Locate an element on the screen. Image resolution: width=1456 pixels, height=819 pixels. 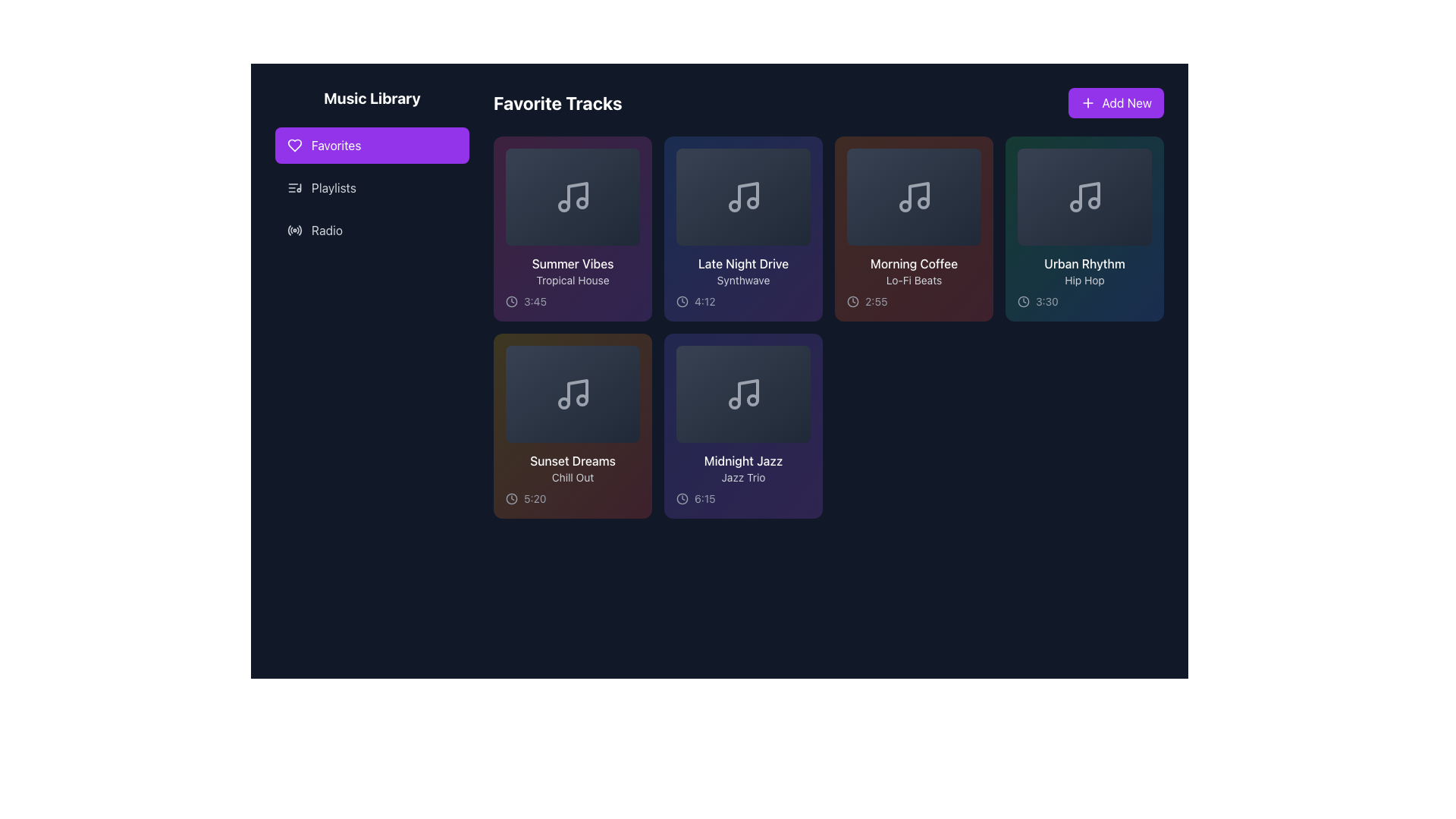
the SVG Circle Element located within the 'Late Night Drive' music track card, positioned slightly to the right on the upper section of the music note icon is located at coordinates (752, 202).